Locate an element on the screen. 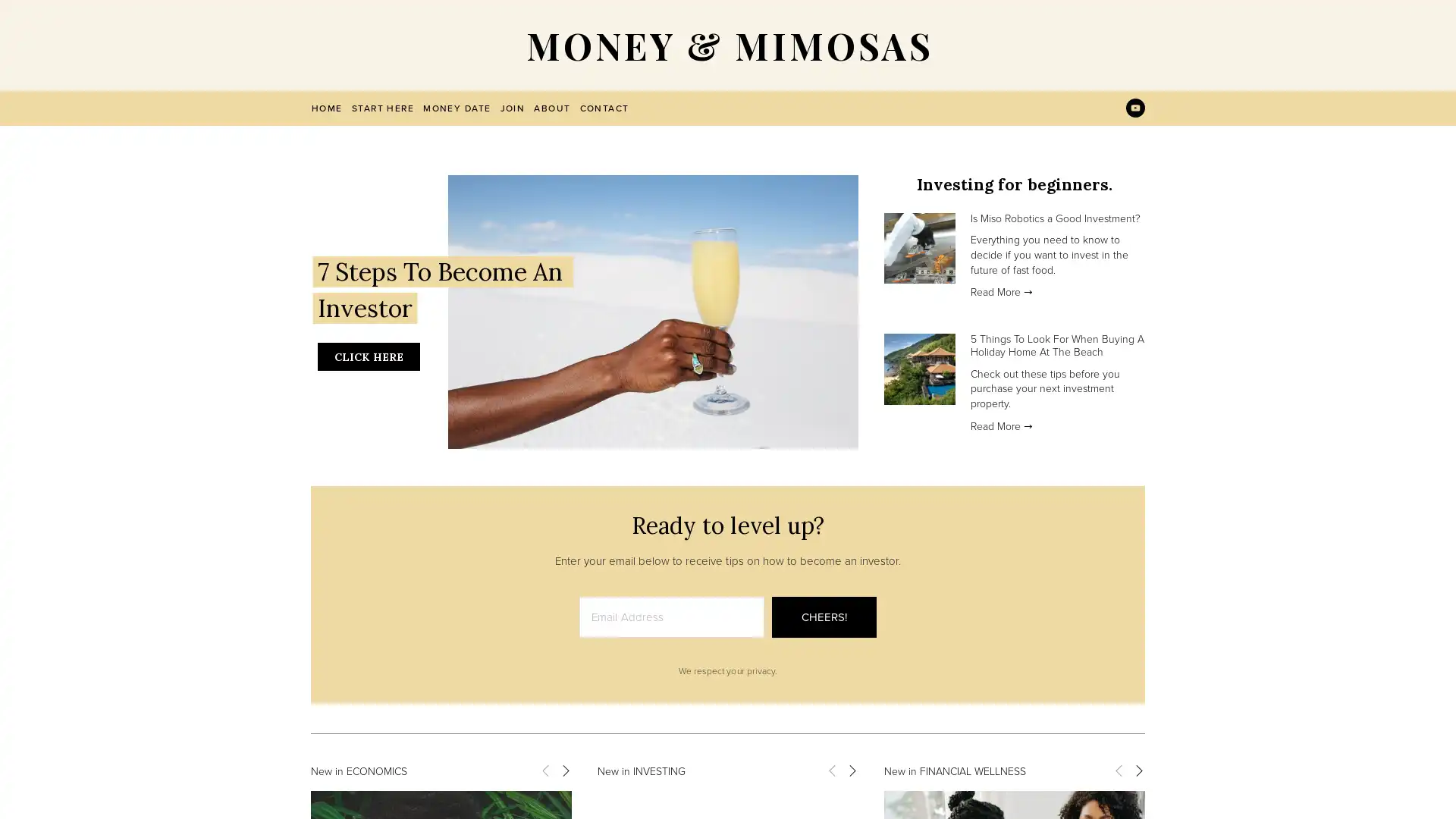 This screenshot has width=1456, height=819. CHEERS! is located at coordinates (823, 617).